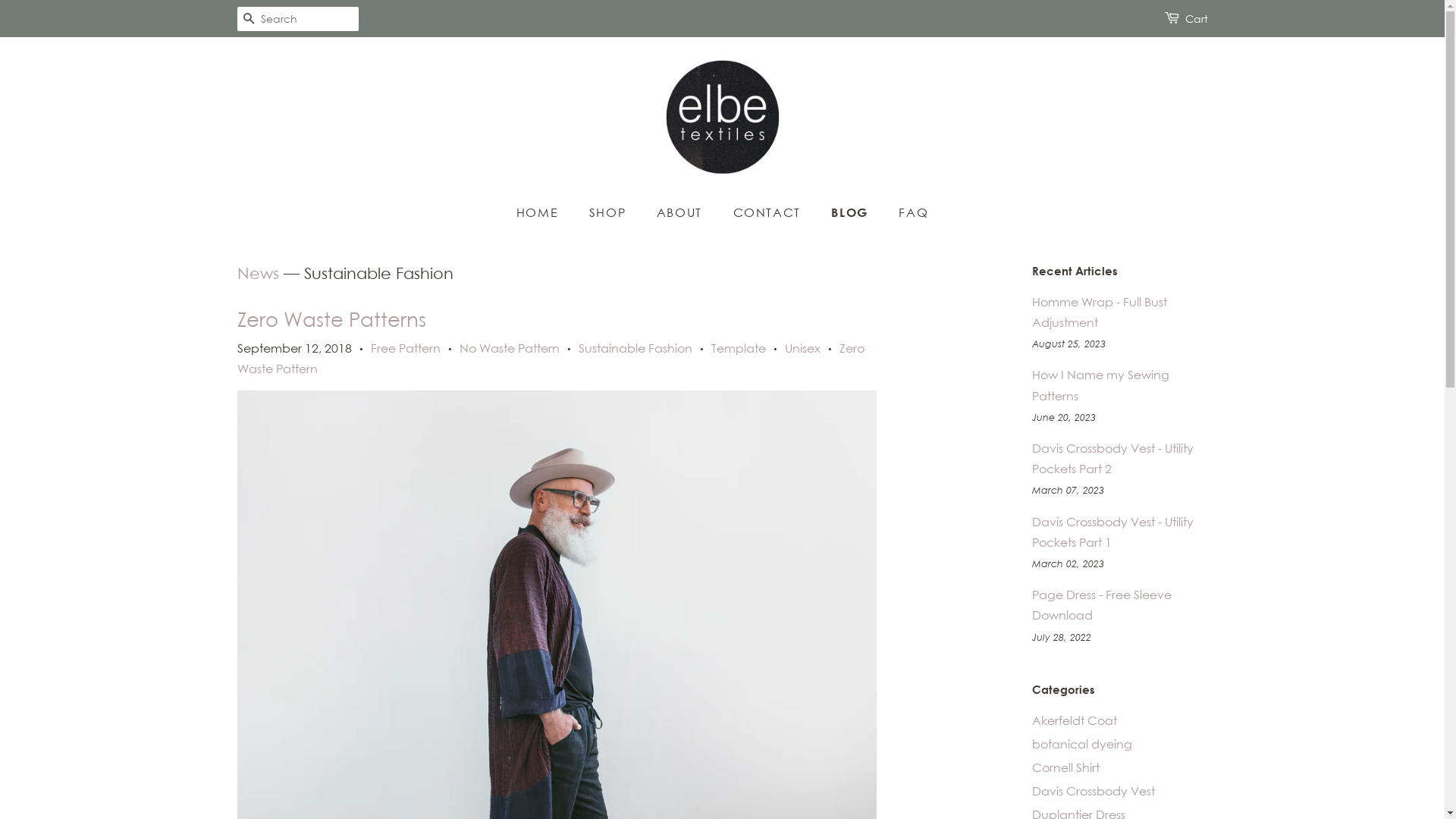 The height and width of the screenshot is (819, 1456). Describe the element at coordinates (1183, 18) in the screenshot. I see `'Cart'` at that location.